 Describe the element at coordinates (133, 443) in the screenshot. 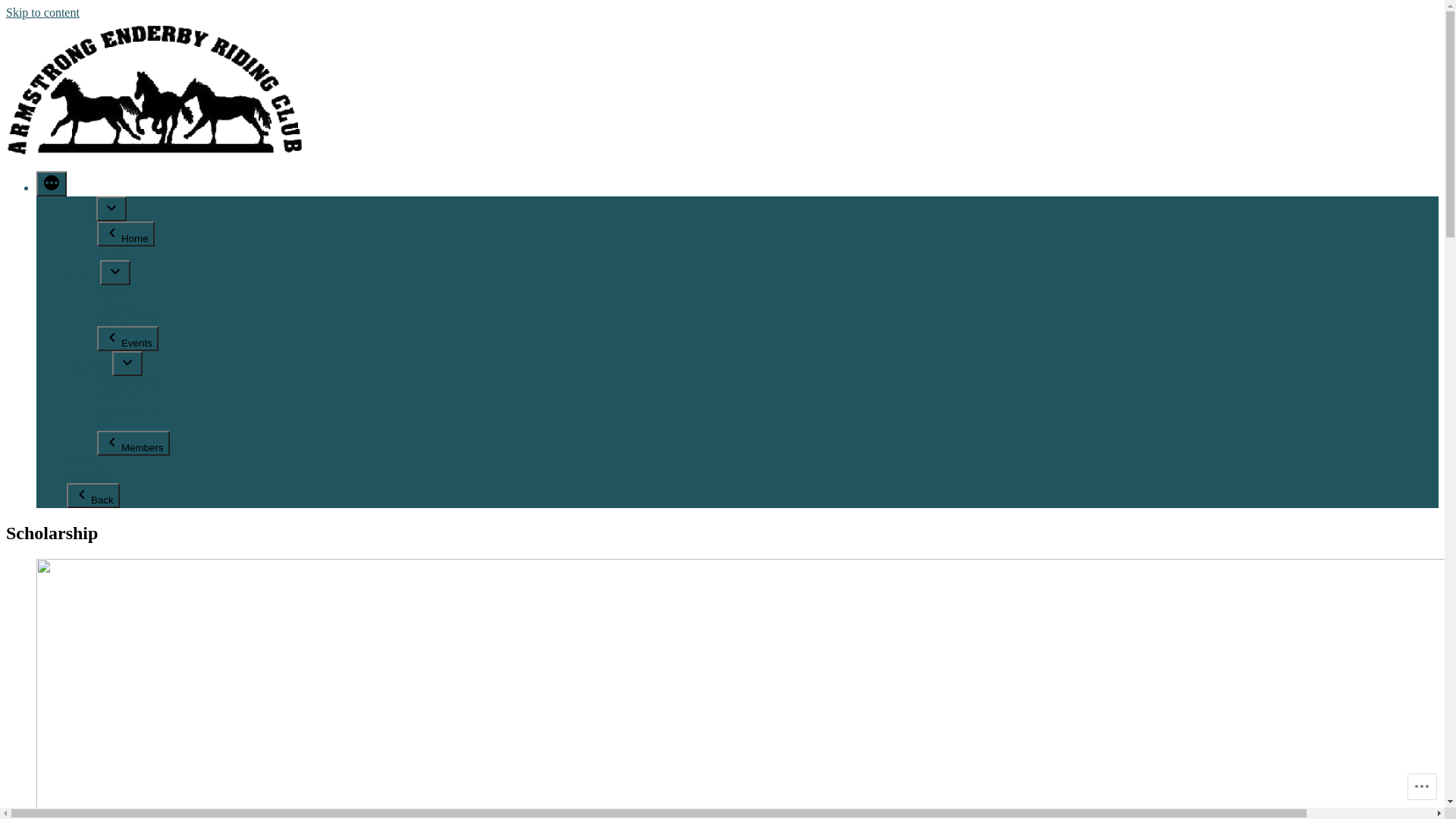

I see `'Members'` at that location.